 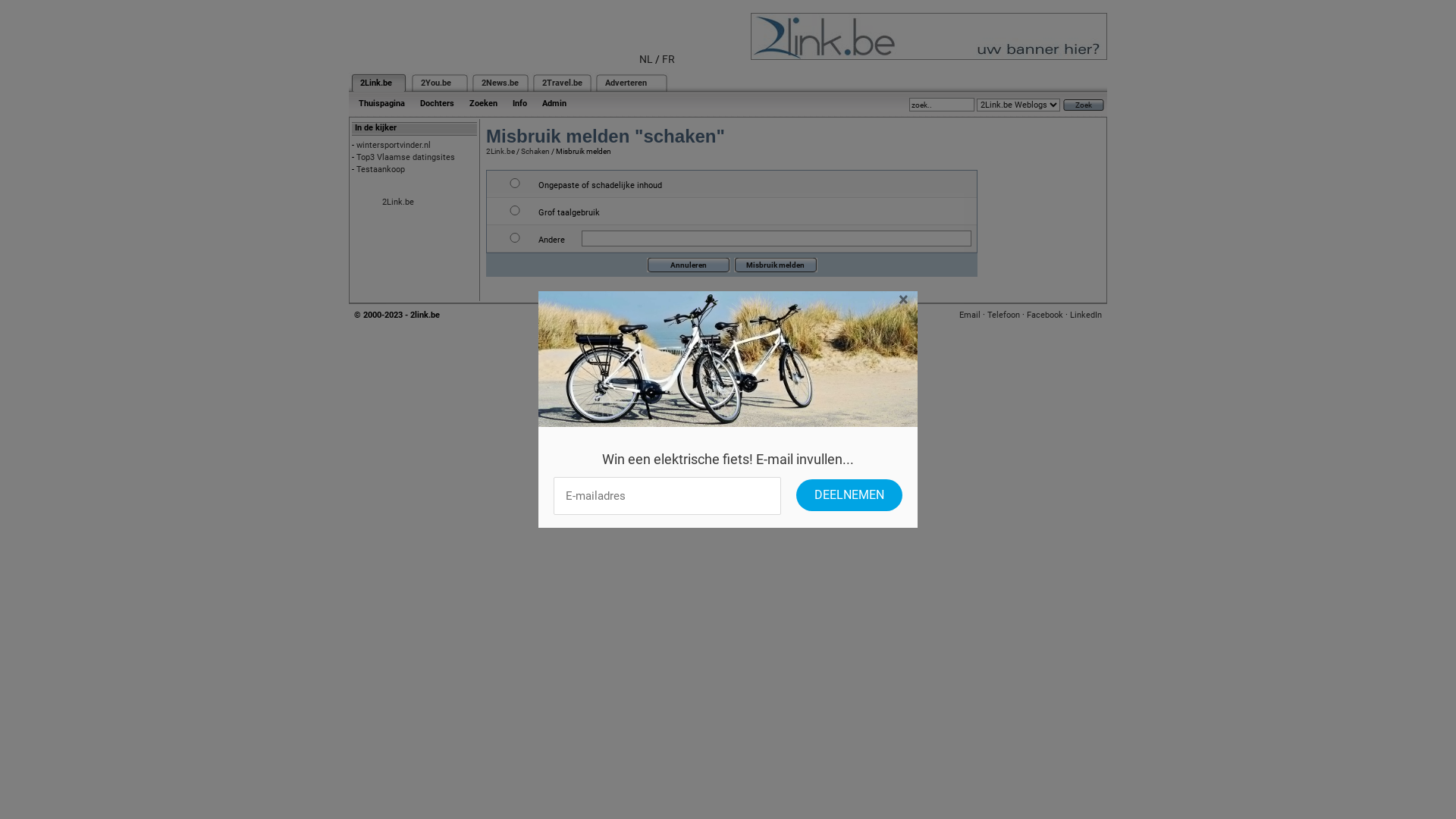 I want to click on 'FR', so click(x=667, y=58).